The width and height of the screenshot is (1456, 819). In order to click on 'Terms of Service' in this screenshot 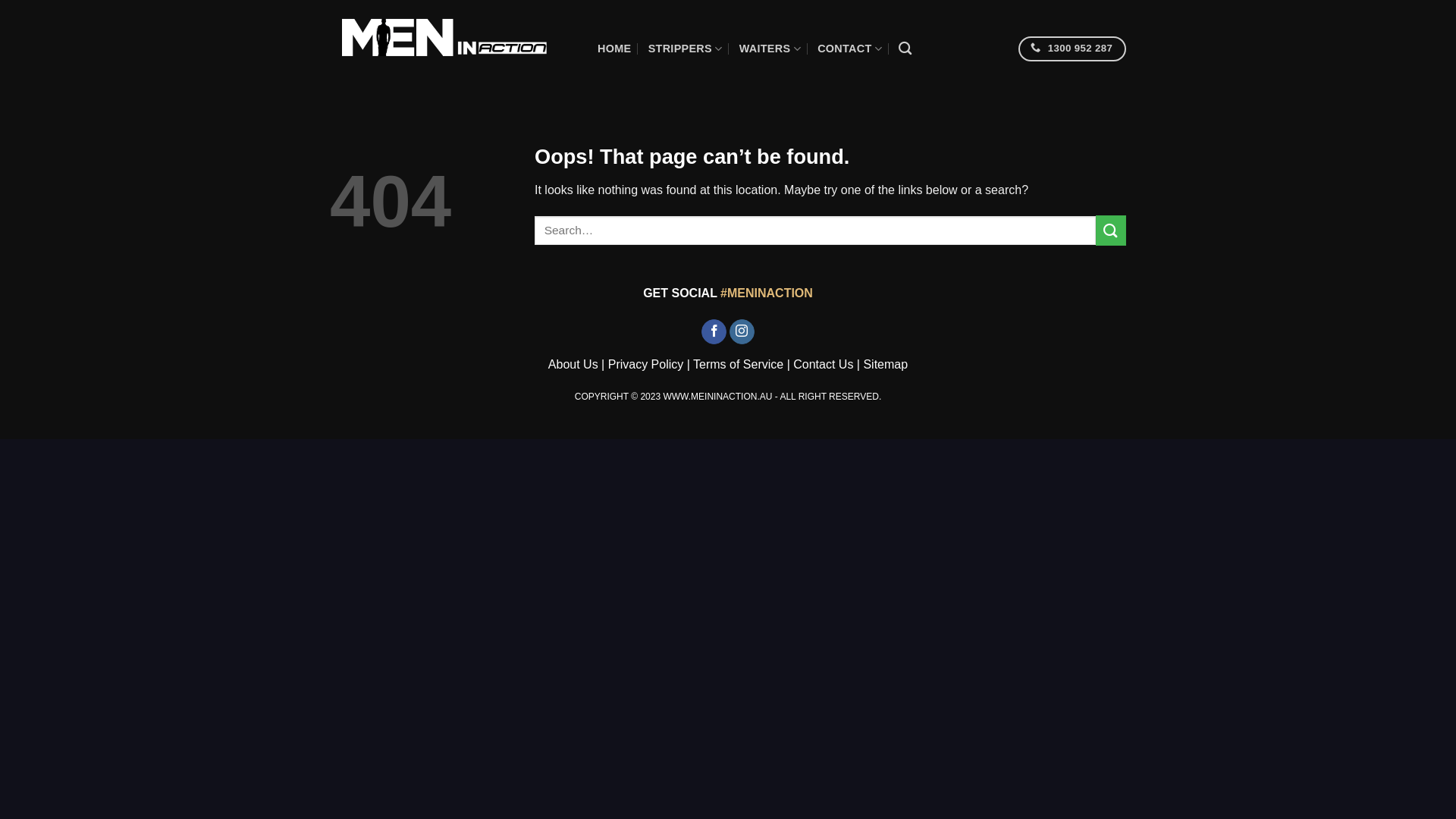, I will do `click(738, 364)`.